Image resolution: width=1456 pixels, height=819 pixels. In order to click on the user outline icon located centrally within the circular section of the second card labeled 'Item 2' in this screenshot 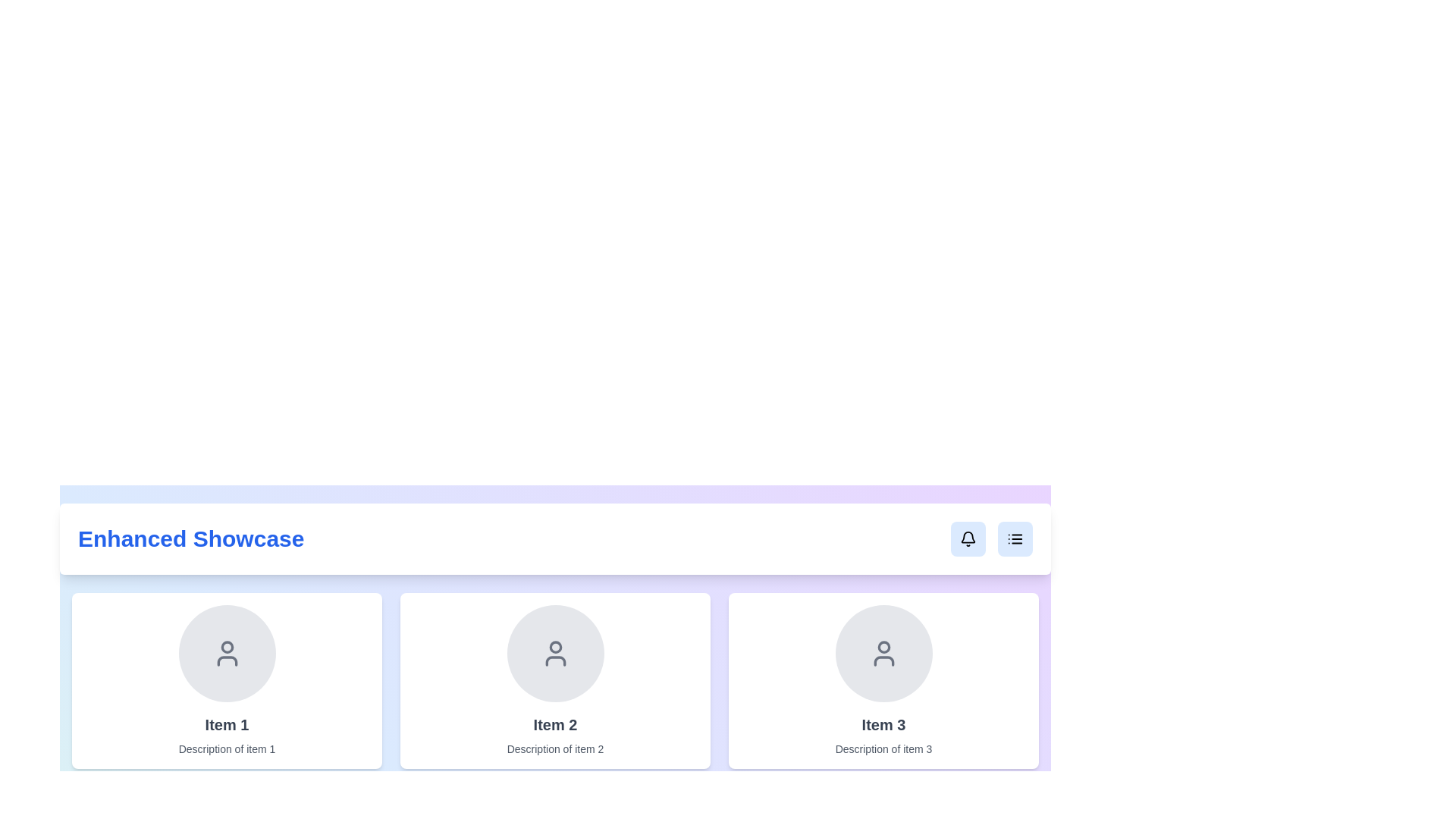, I will do `click(554, 652)`.